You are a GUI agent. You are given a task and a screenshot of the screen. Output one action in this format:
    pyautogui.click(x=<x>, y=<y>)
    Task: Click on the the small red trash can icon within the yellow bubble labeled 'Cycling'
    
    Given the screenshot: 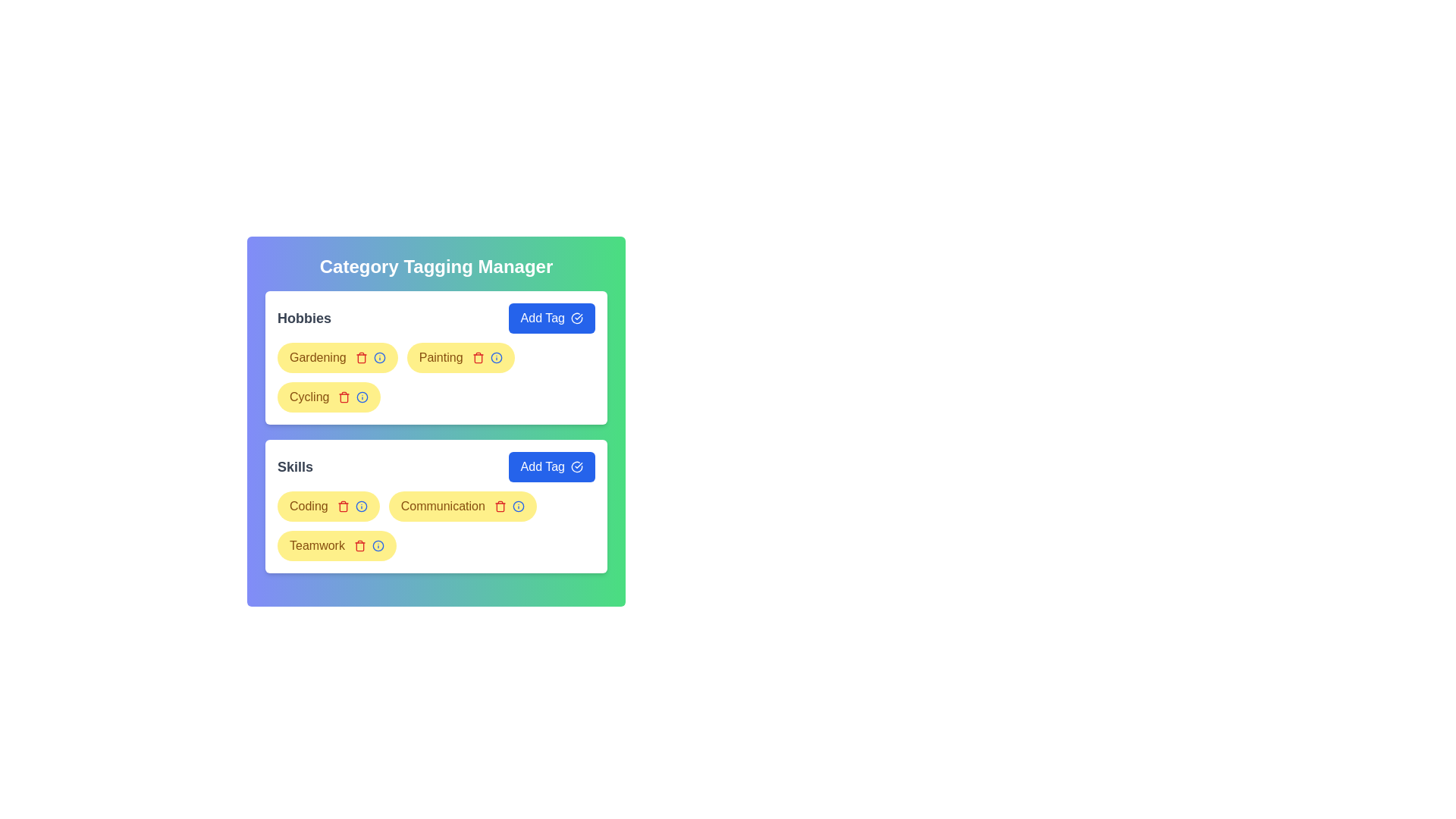 What is the action you would take?
    pyautogui.click(x=344, y=397)
    